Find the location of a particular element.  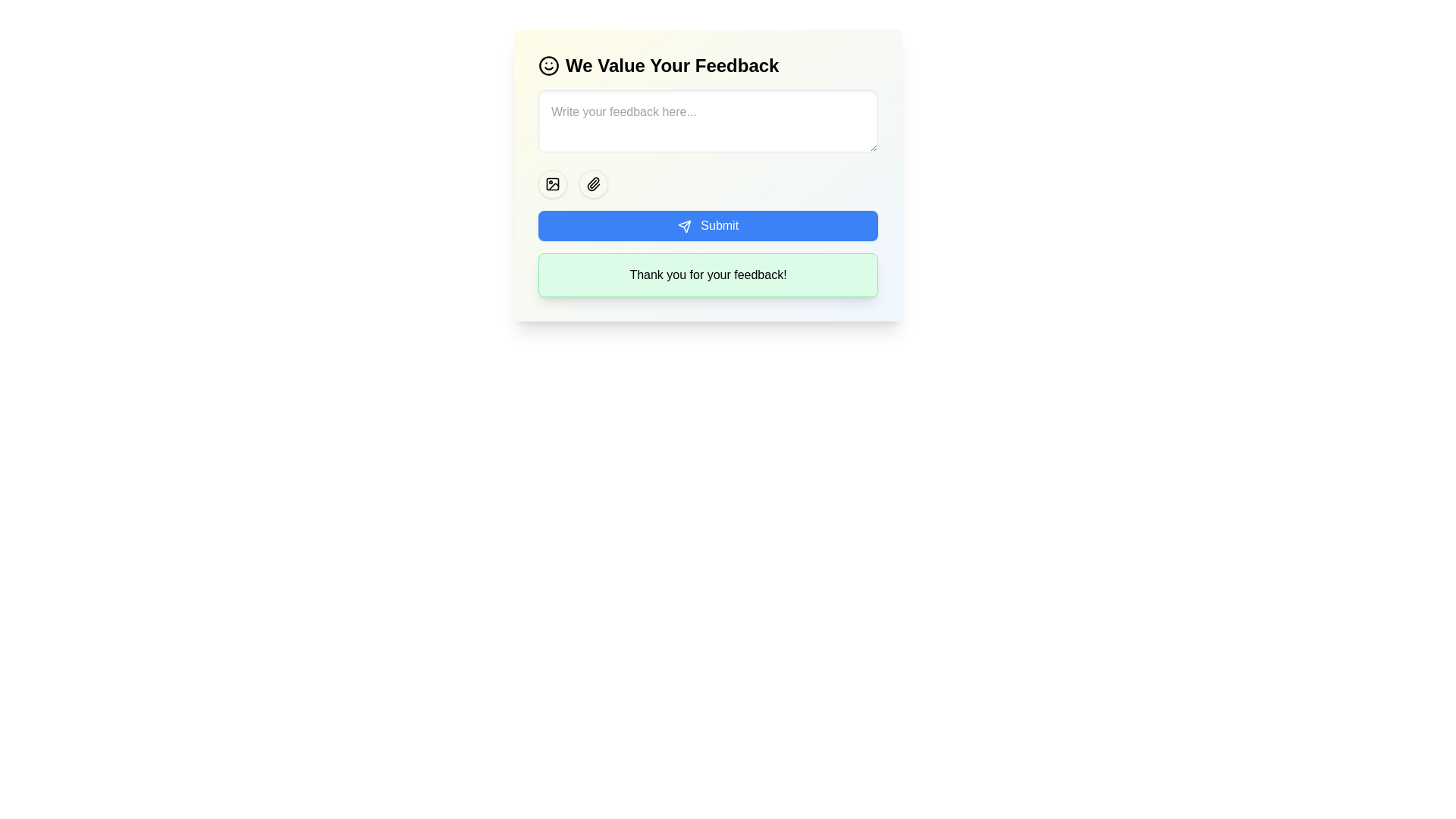

the 'send' icon, which is a small triangular shape located on the left side of the text within the blue 'Submit' button is located at coordinates (683, 226).